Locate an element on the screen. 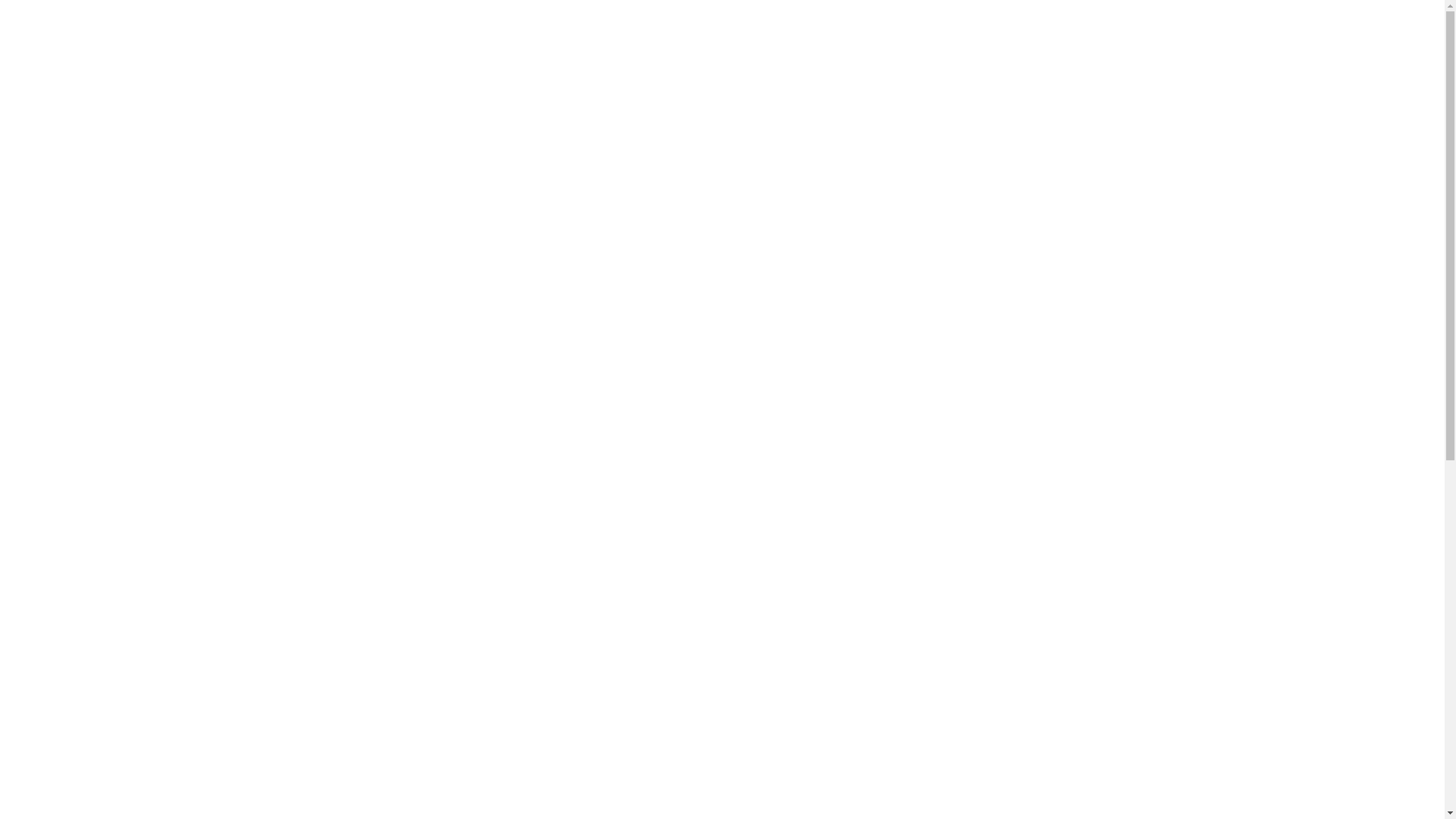  'ABOUT US' is located at coordinates (821, 90).